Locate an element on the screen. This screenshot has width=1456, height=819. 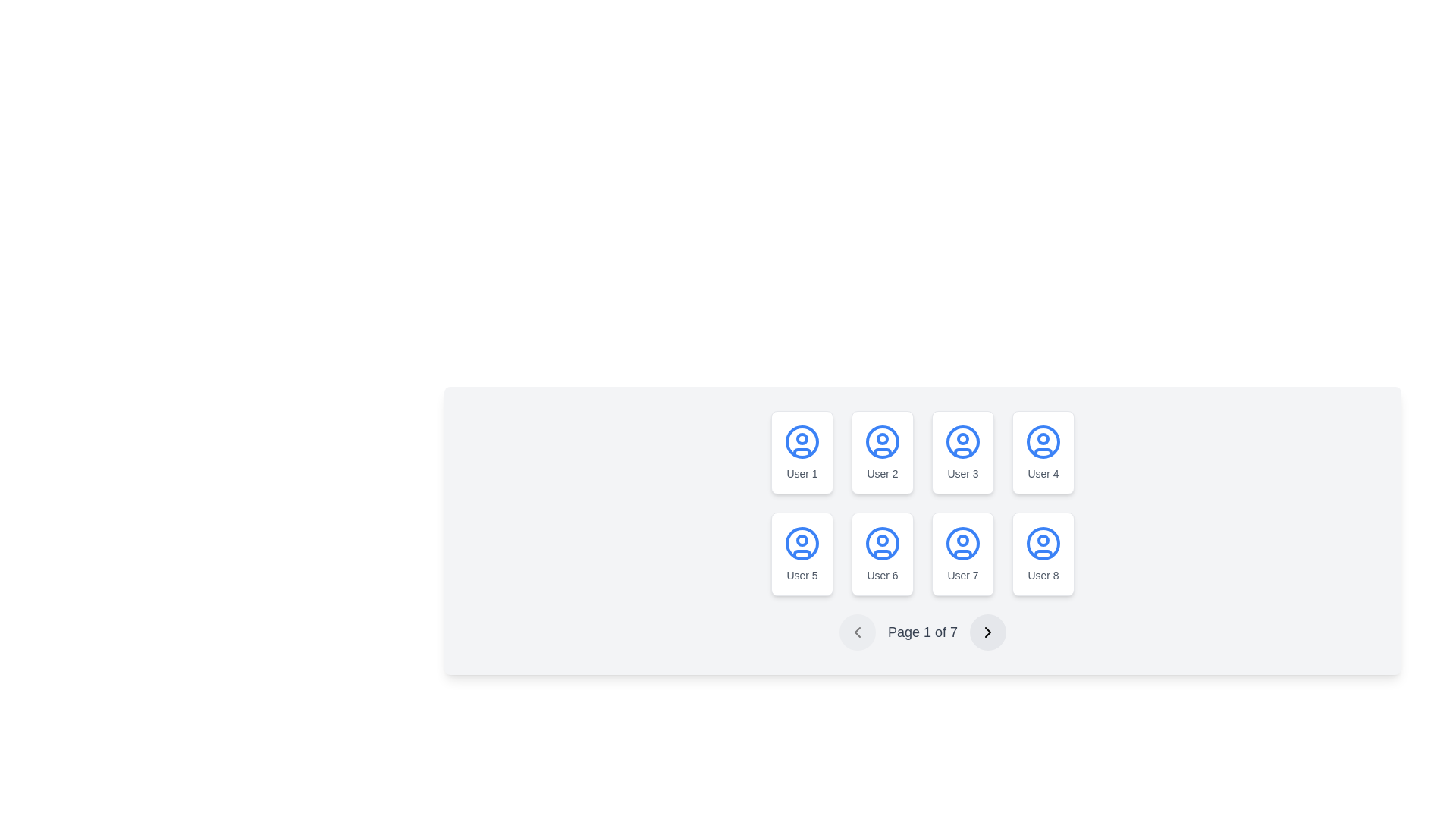
the Chevron-shaped navigation left-arrow icon located in the bottom-right section of the layout is located at coordinates (857, 632).